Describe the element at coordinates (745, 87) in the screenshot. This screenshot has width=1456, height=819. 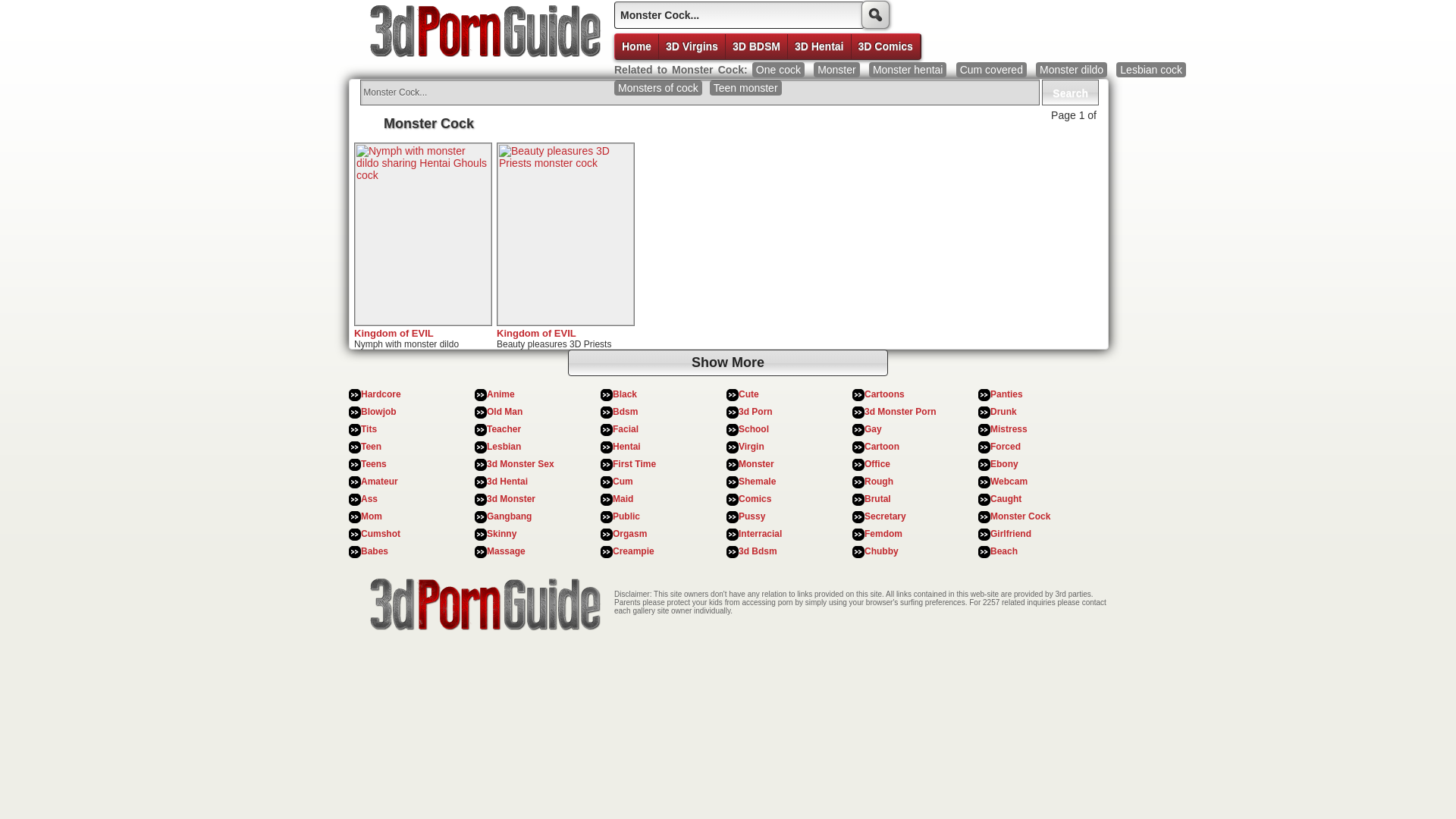
I see `'Teen monster'` at that location.